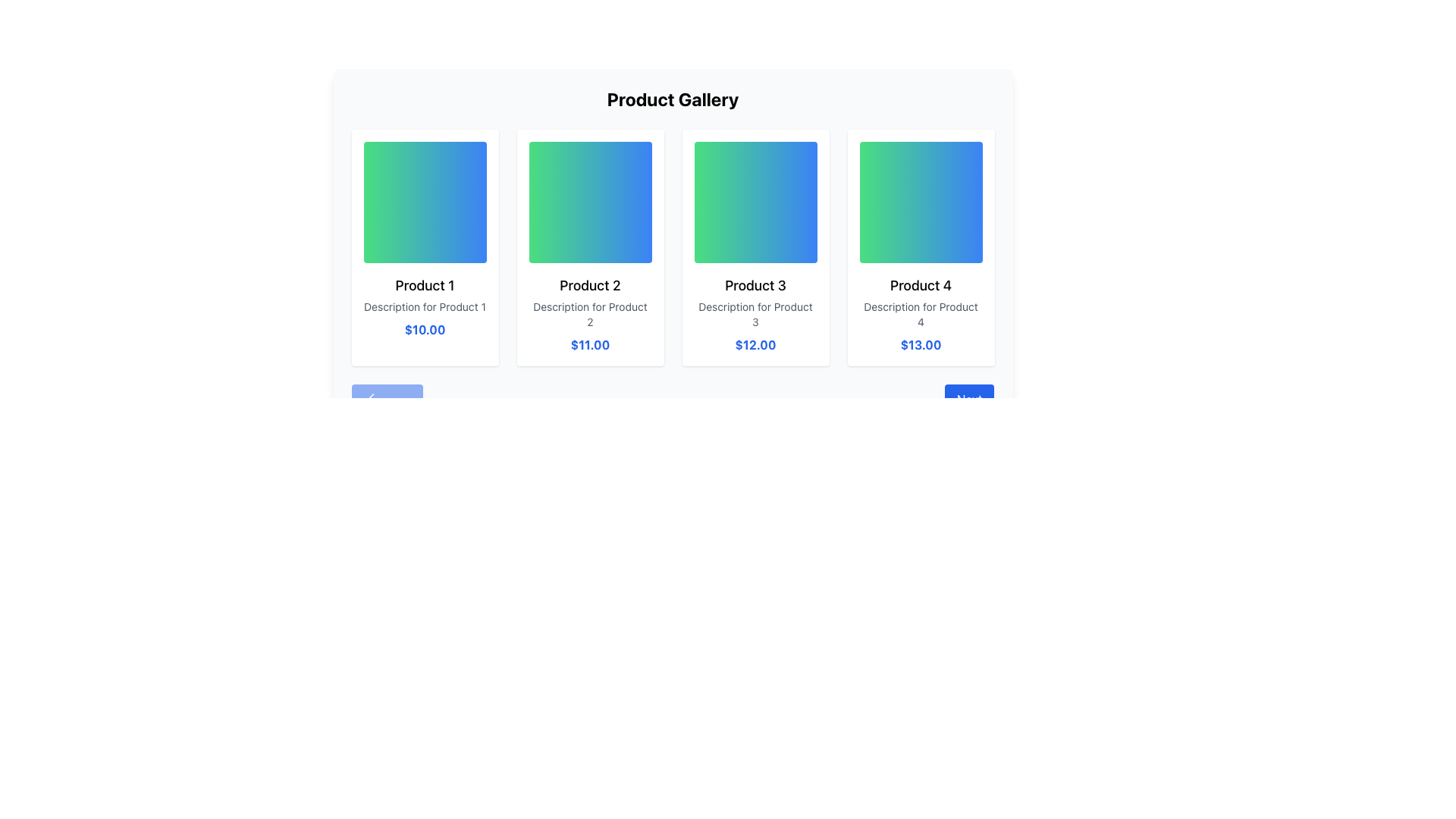  Describe the element at coordinates (589, 286) in the screenshot. I see `displayed text of the 'Product 2' label, which is prominently shown in bold text within the product gallery card` at that location.